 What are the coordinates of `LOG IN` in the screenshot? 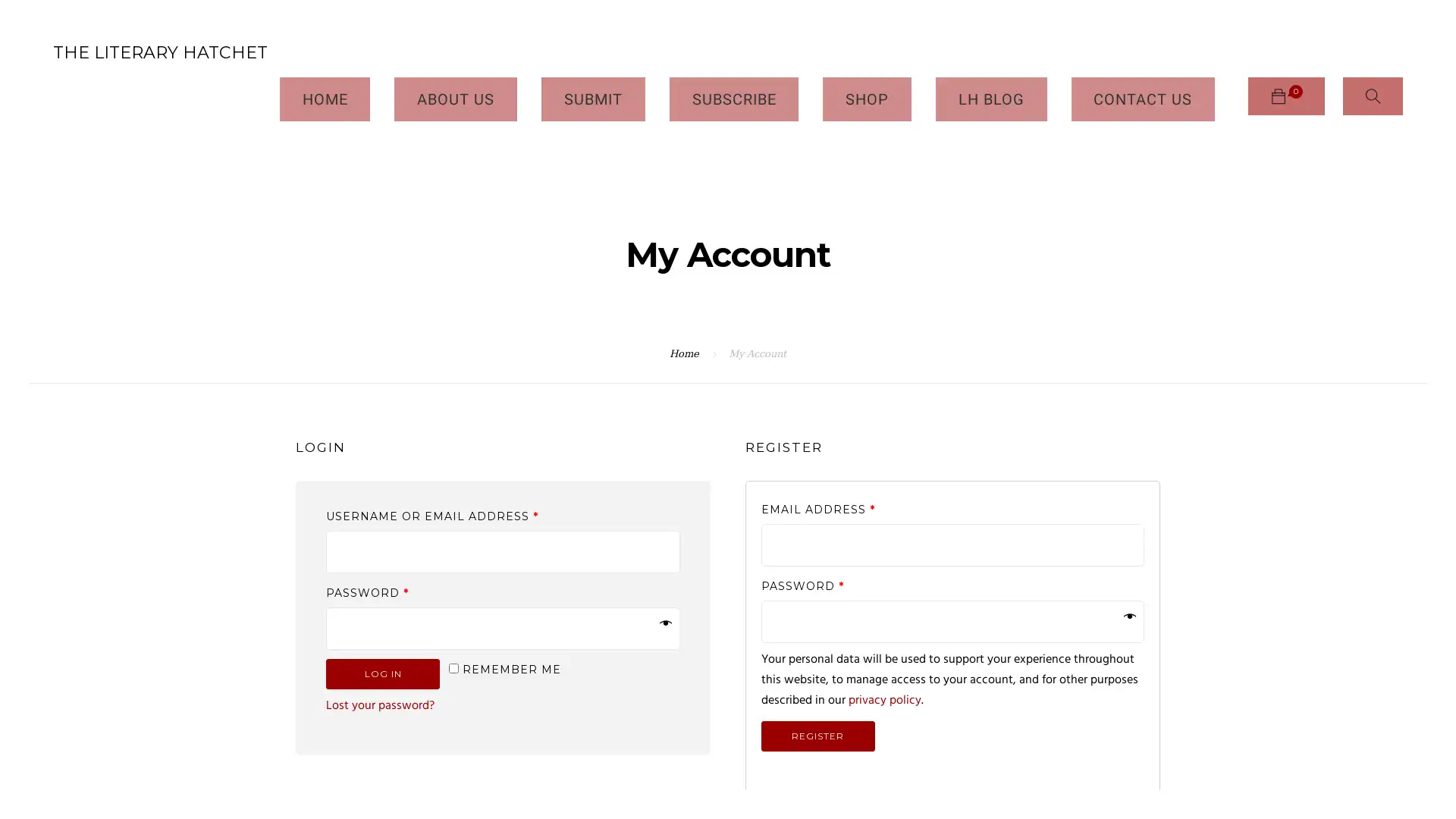 It's located at (382, 626).